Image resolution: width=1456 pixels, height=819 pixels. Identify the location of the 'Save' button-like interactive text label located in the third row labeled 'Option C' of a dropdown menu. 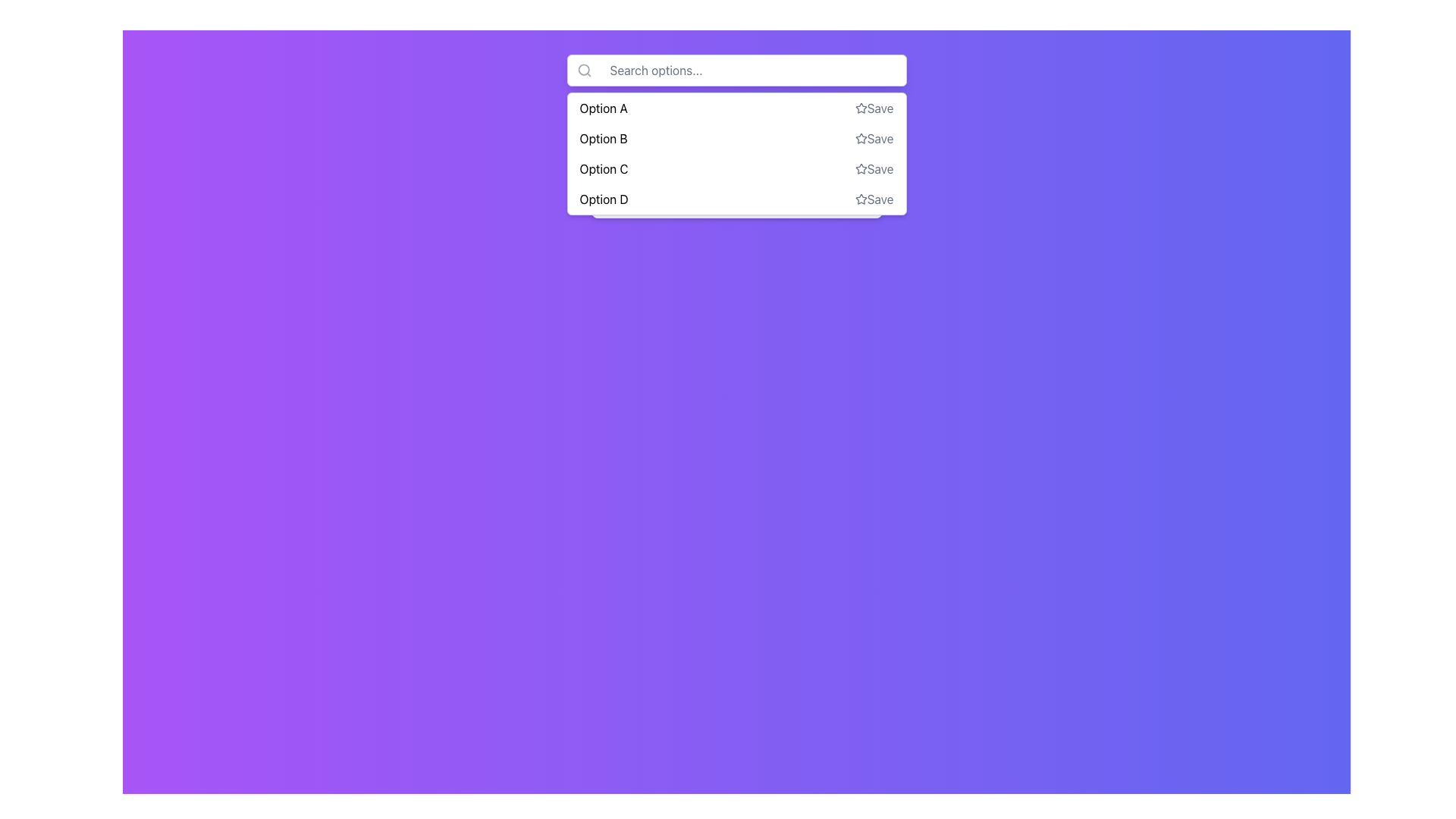
(874, 169).